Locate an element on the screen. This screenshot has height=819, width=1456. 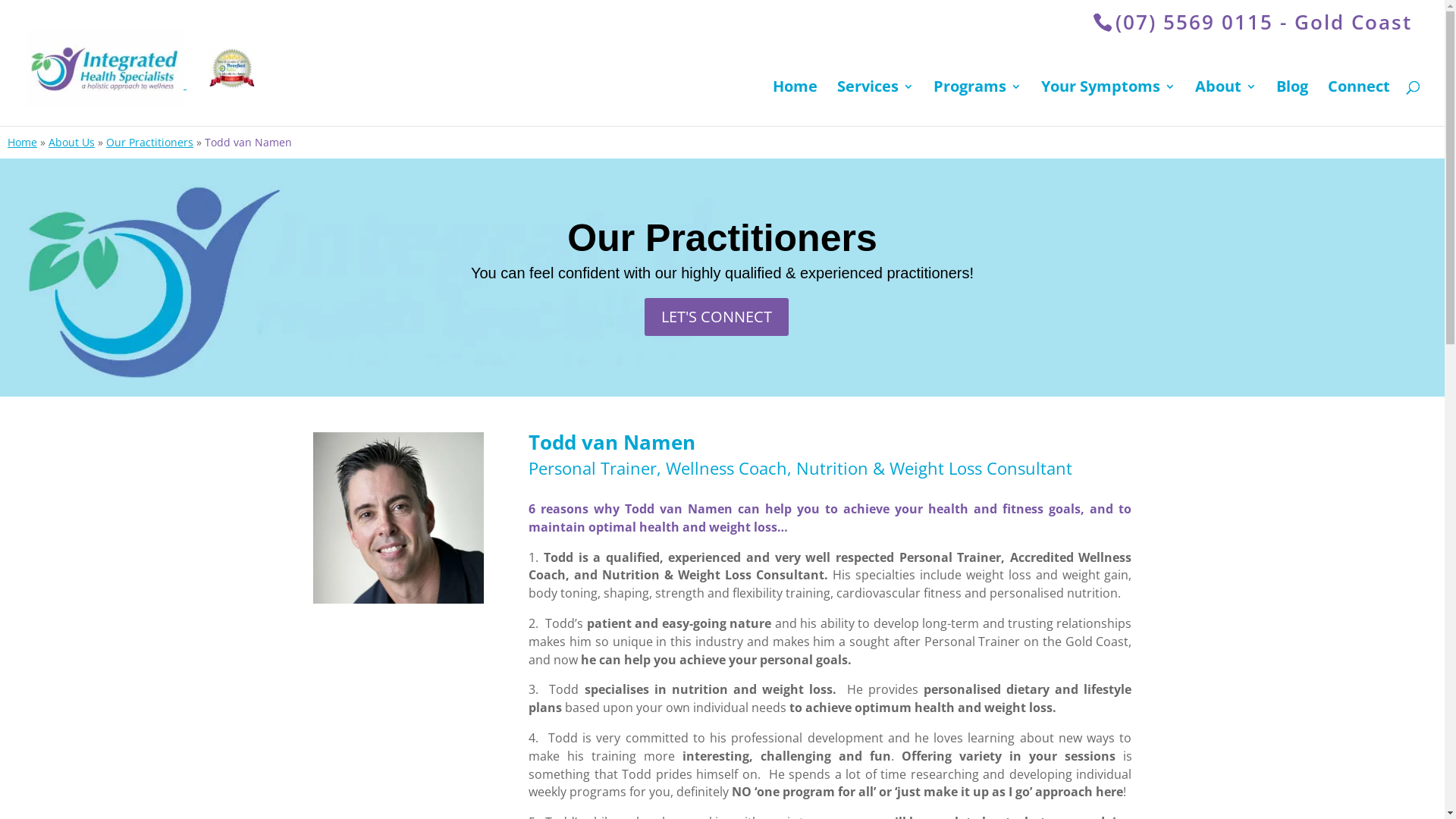
'Your Symptoms' is located at coordinates (1108, 102).